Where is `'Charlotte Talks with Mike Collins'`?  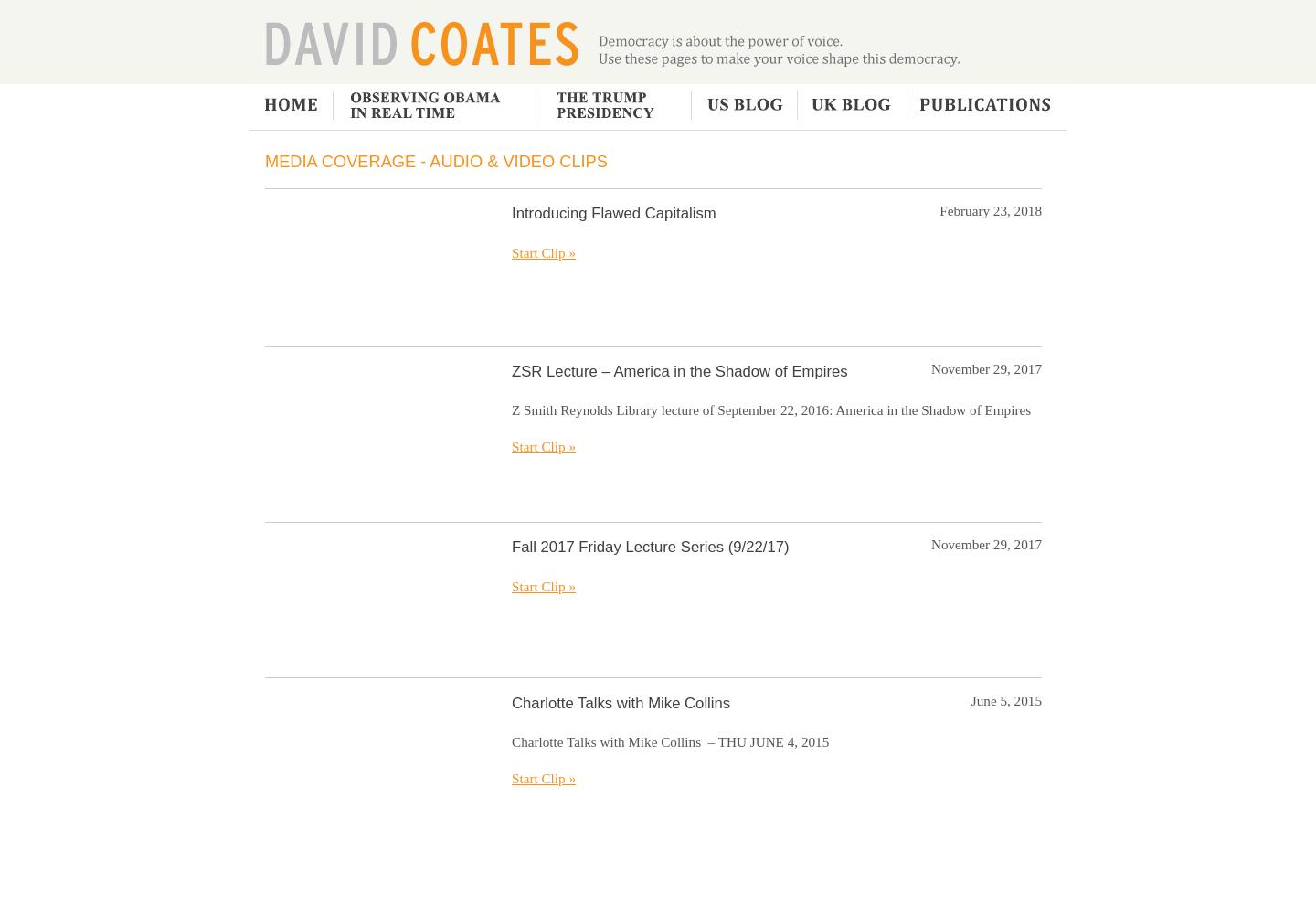 'Charlotte Talks with Mike Collins' is located at coordinates (621, 702).